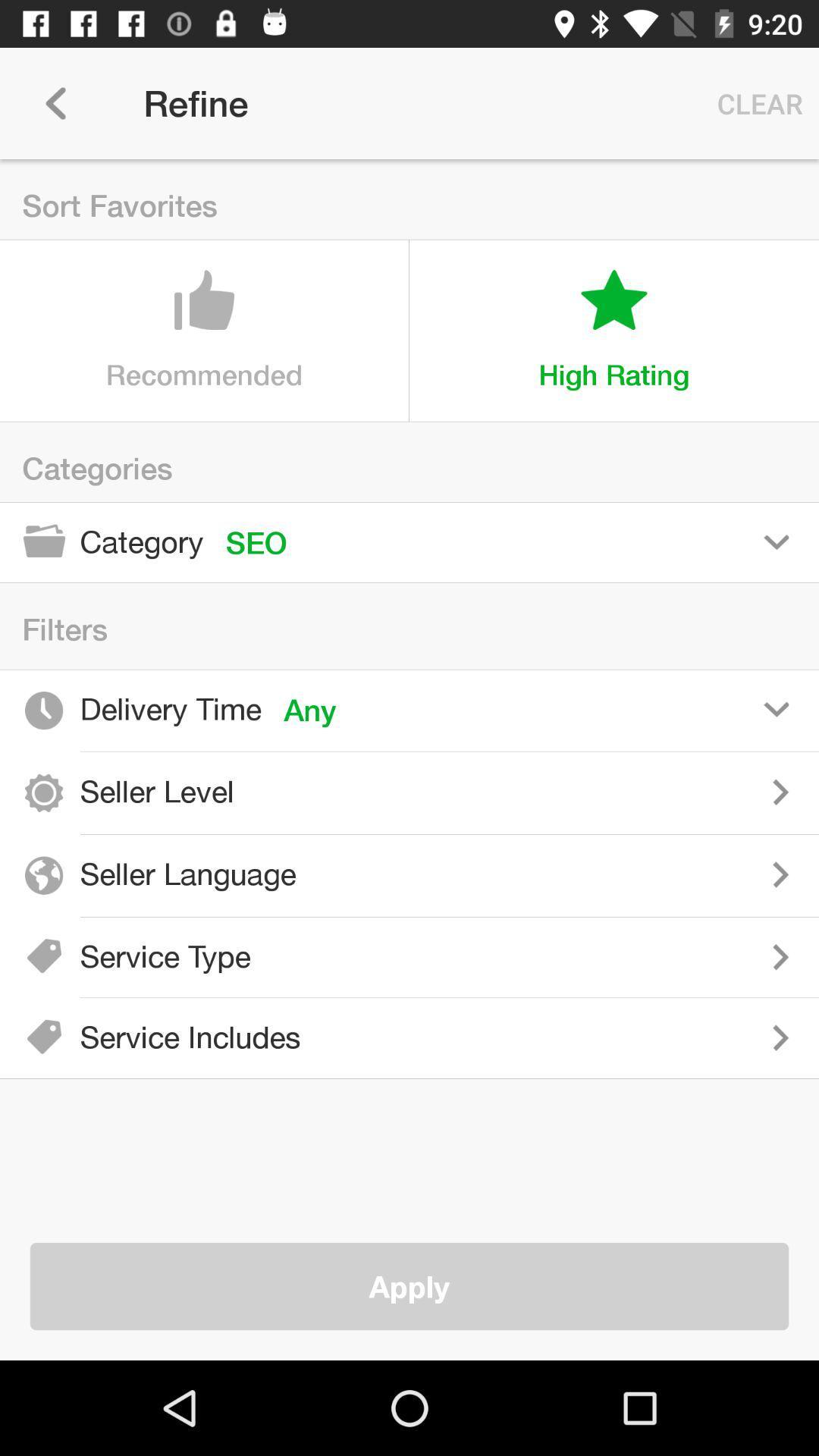 Image resolution: width=819 pixels, height=1456 pixels. What do you see at coordinates (756, 102) in the screenshot?
I see `clear` at bounding box center [756, 102].